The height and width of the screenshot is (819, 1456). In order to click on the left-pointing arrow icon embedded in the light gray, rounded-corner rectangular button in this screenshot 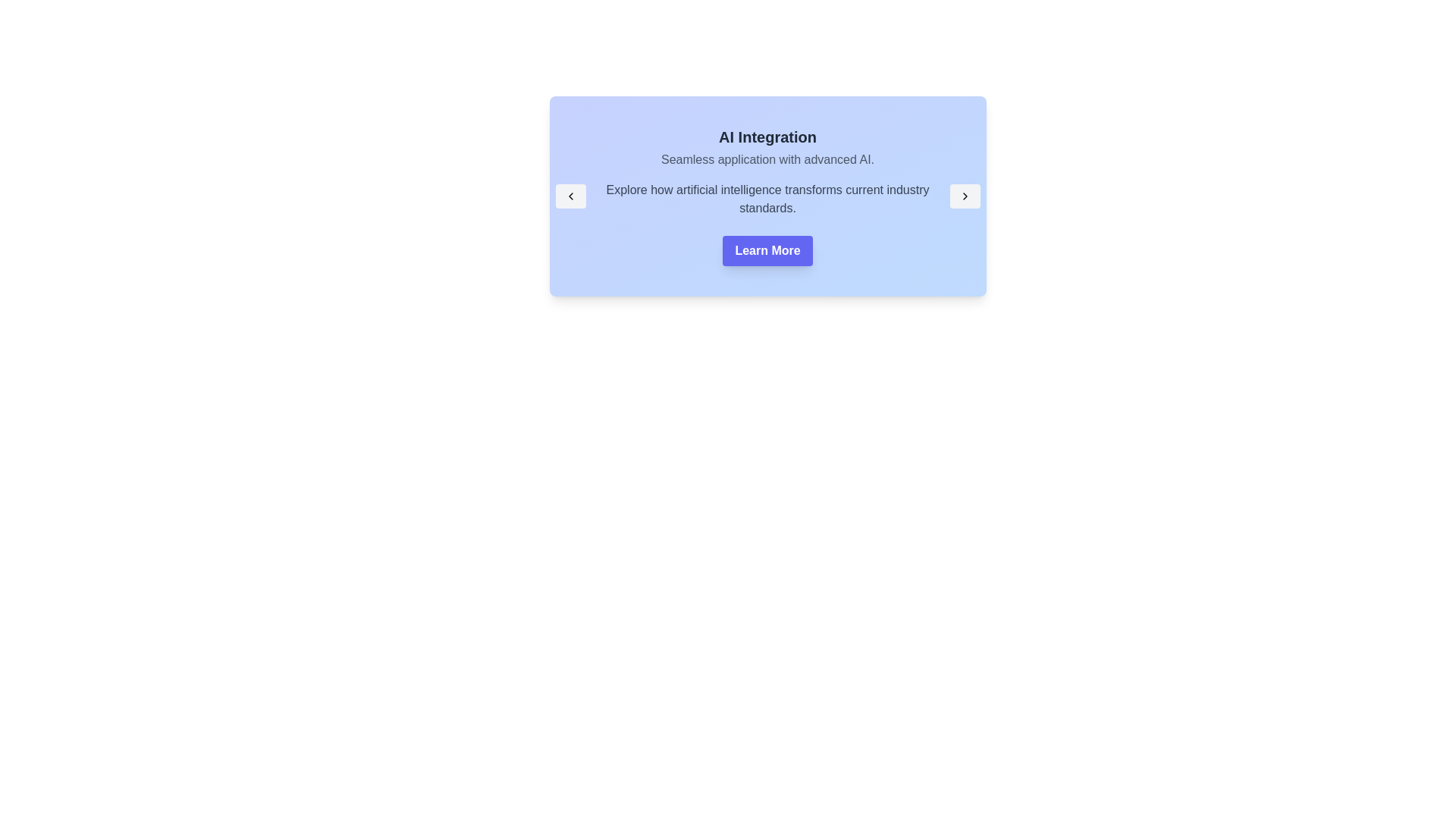, I will do `click(570, 195)`.